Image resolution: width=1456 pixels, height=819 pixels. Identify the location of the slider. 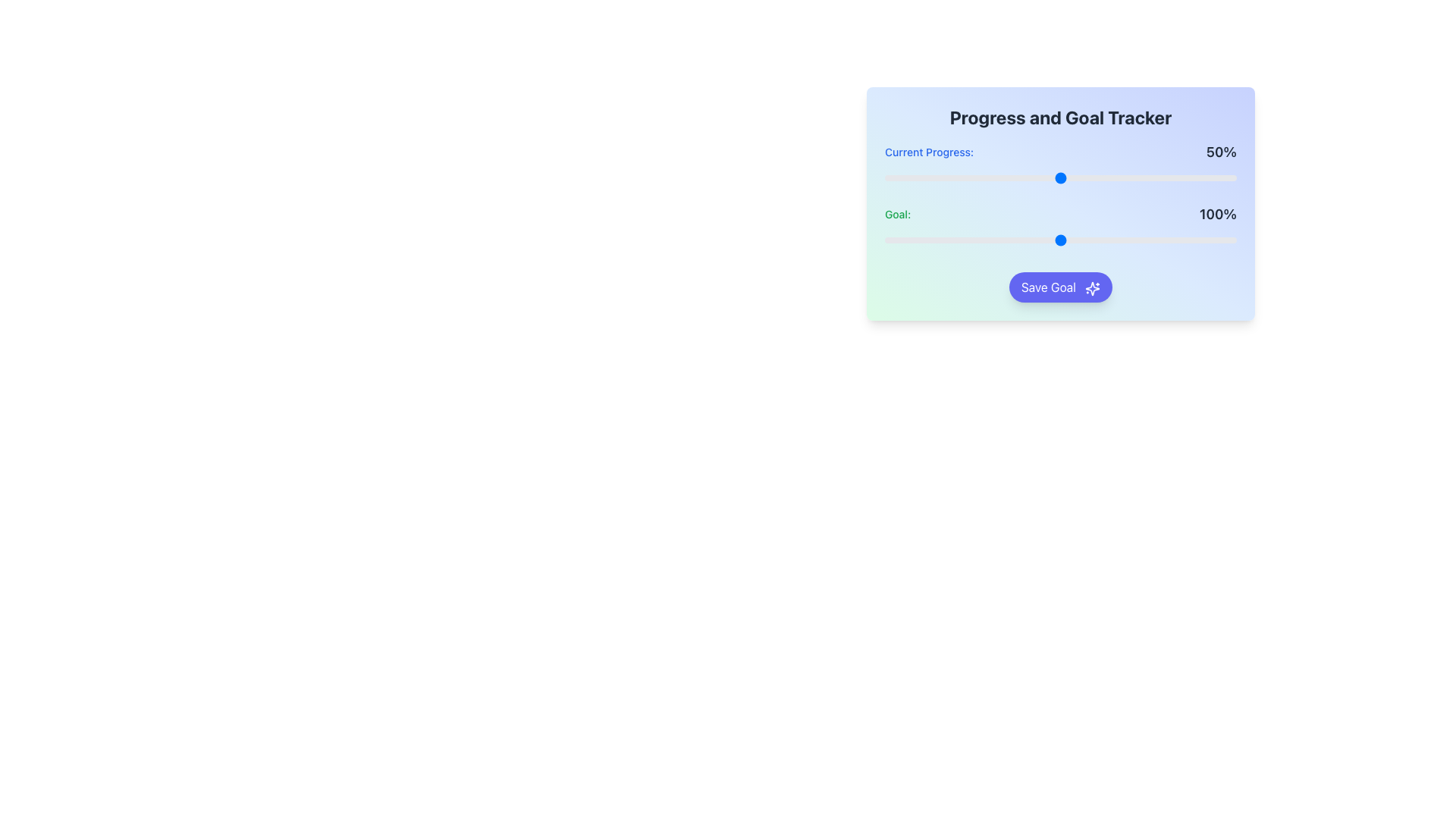
(1152, 177).